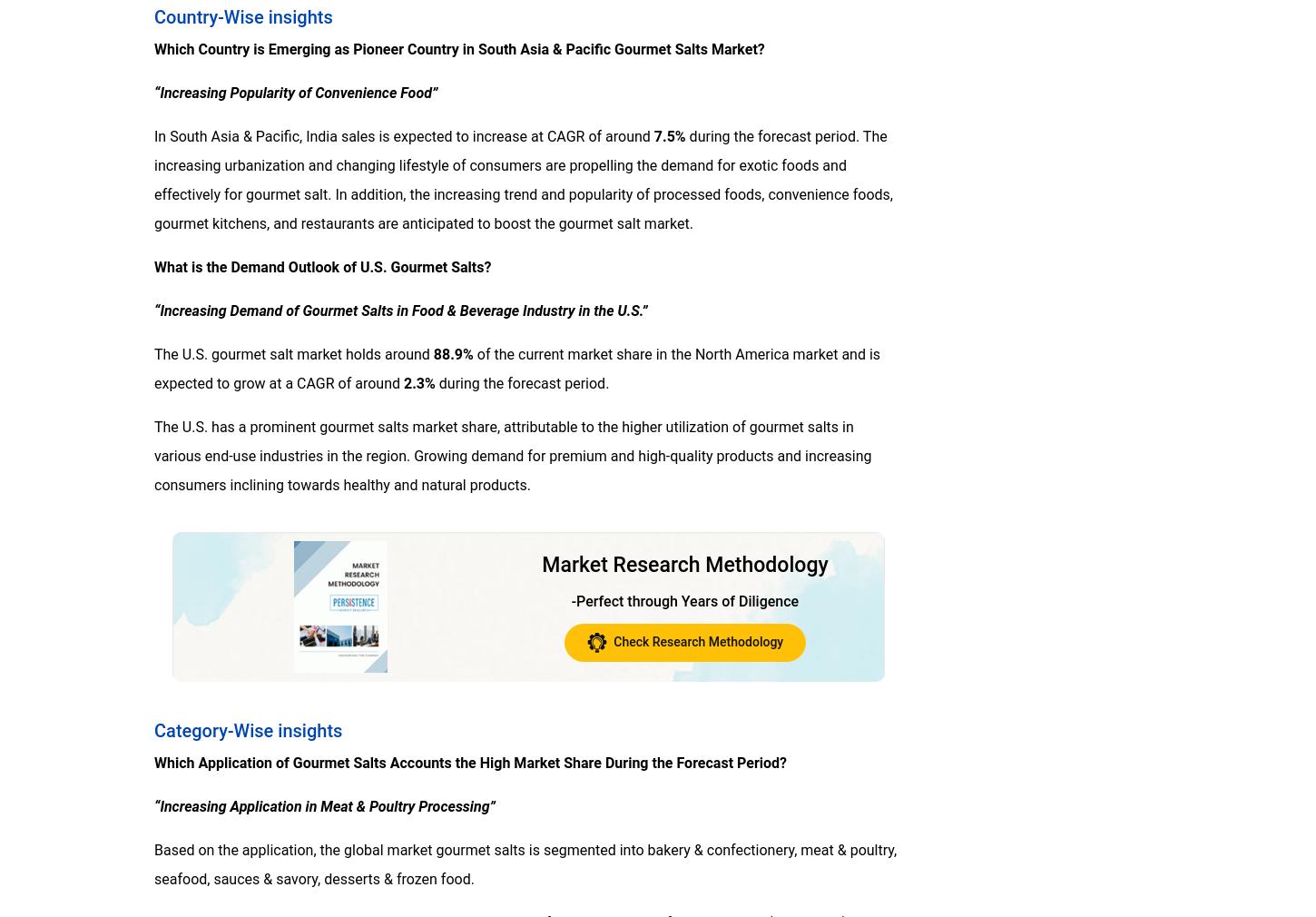  I want to click on 'during the forecast period. The increasing urbanization and changing lifestyle of consumers are propelling the demand for exotic foods and effectively for gourmet salt. In addition, the increasing trend and popularity of processed foods, convenience foods, gourmet kitchens, and restaurants are anticipated to boost the gourmet salt market.', so click(523, 178).